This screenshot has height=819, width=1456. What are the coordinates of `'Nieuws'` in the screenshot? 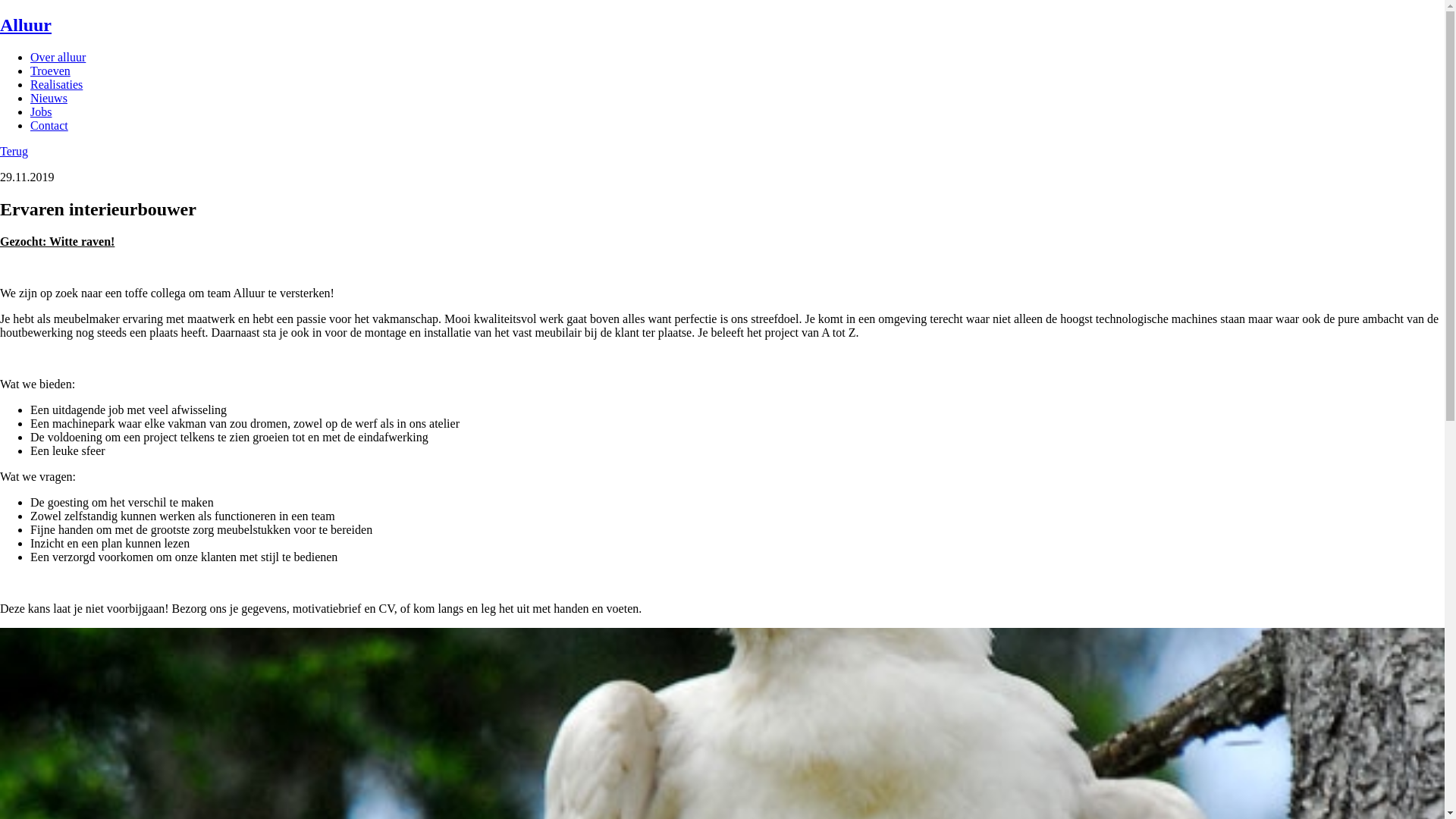 It's located at (30, 98).